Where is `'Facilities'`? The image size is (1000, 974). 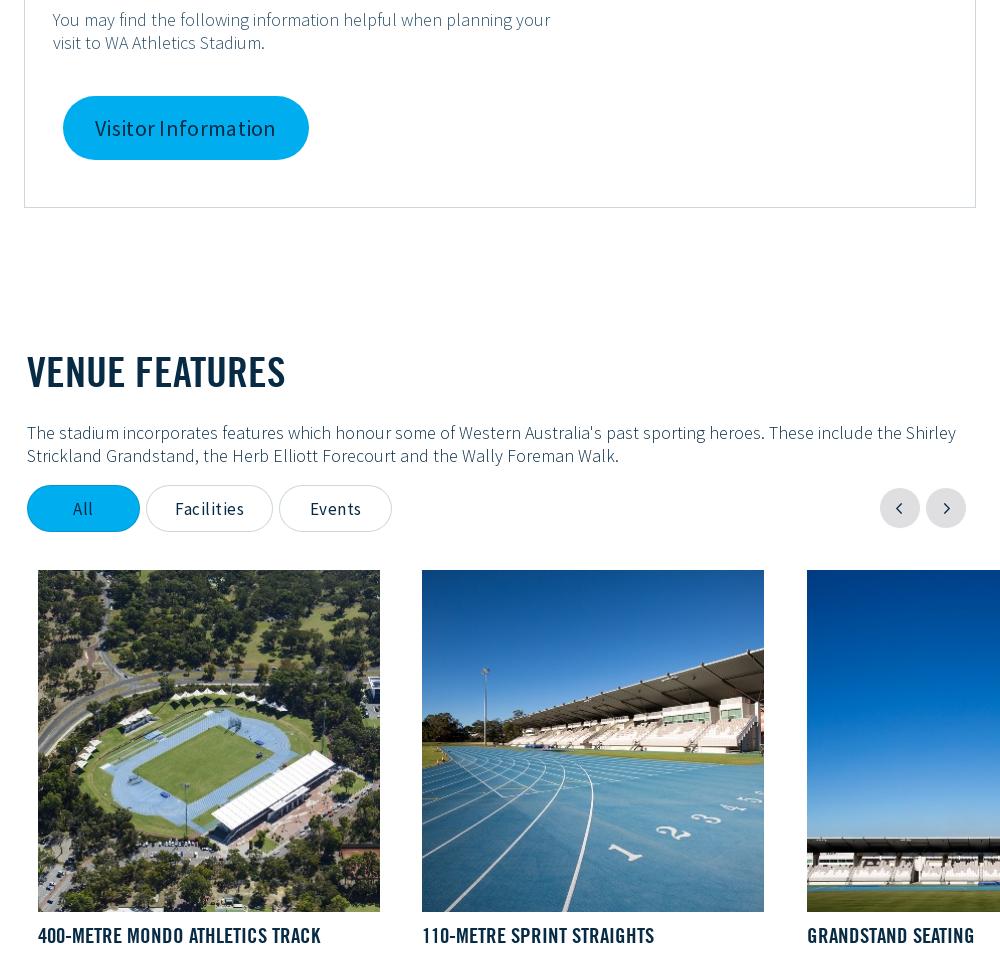 'Facilities' is located at coordinates (208, 509).